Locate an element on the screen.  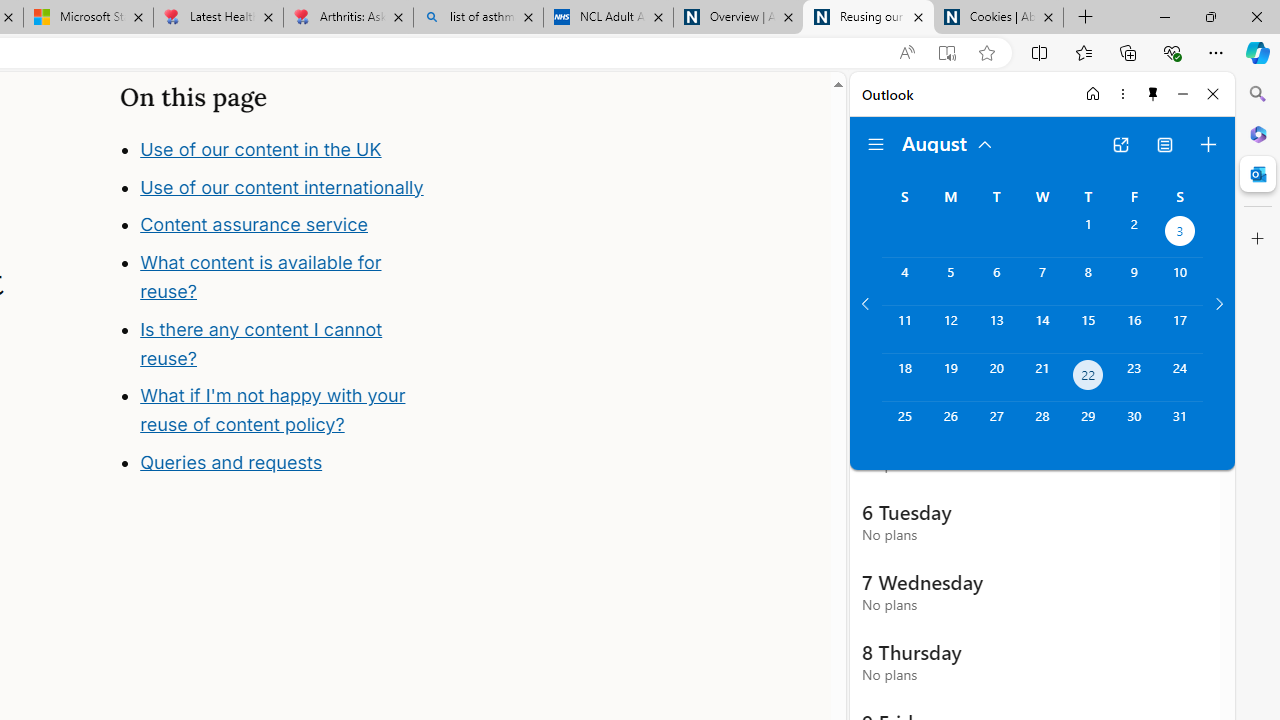
'Cookies | About | NICE' is located at coordinates (999, 17).